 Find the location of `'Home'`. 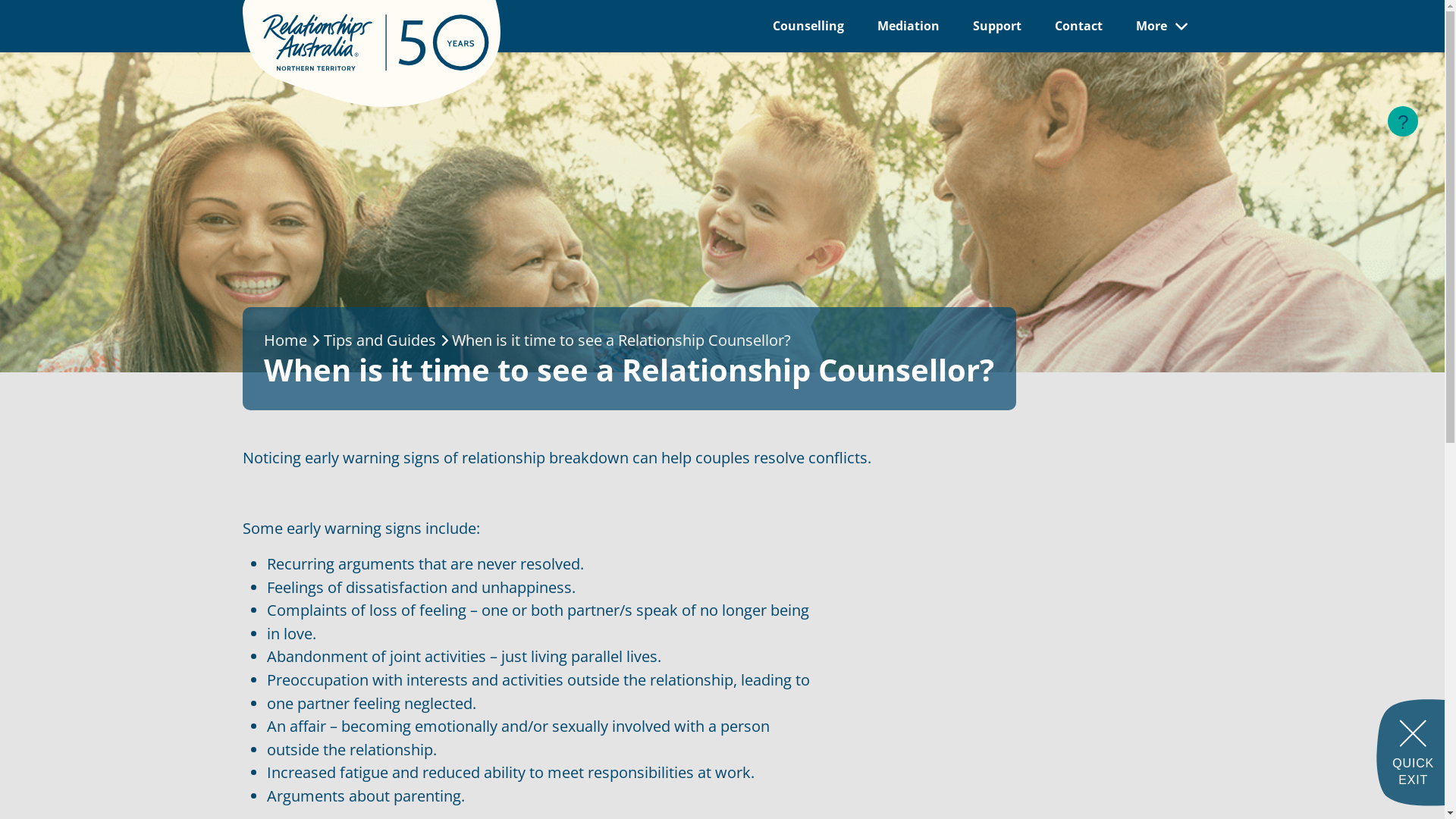

'Home' is located at coordinates (285, 339).